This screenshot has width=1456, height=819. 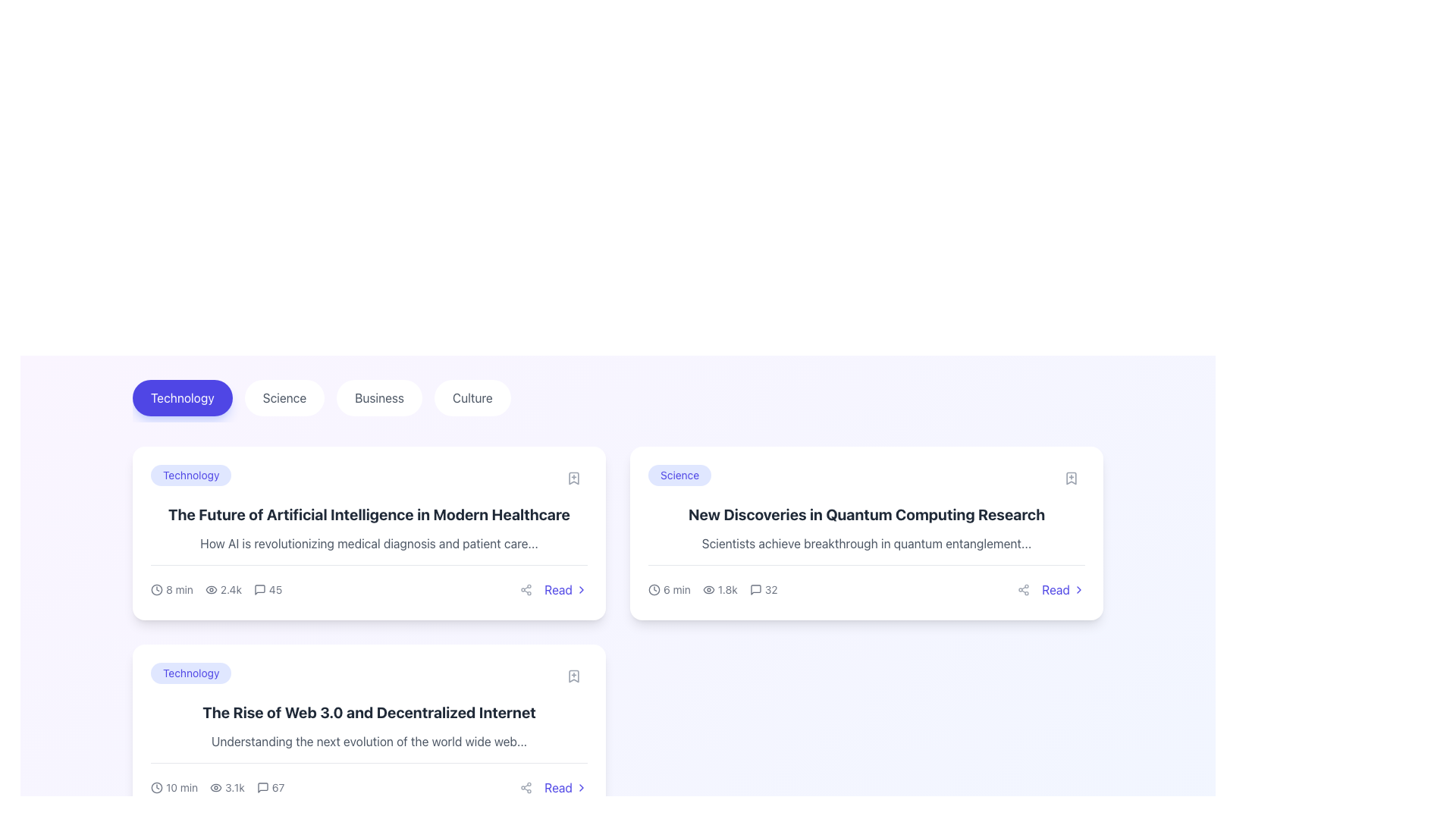 I want to click on the text of the 'Technology' label, which is bold and centered within a light purple background, located at the top-left corner of a card about 'The Future of Artificial Intelligence in Modern Healthcare', so click(x=369, y=479).